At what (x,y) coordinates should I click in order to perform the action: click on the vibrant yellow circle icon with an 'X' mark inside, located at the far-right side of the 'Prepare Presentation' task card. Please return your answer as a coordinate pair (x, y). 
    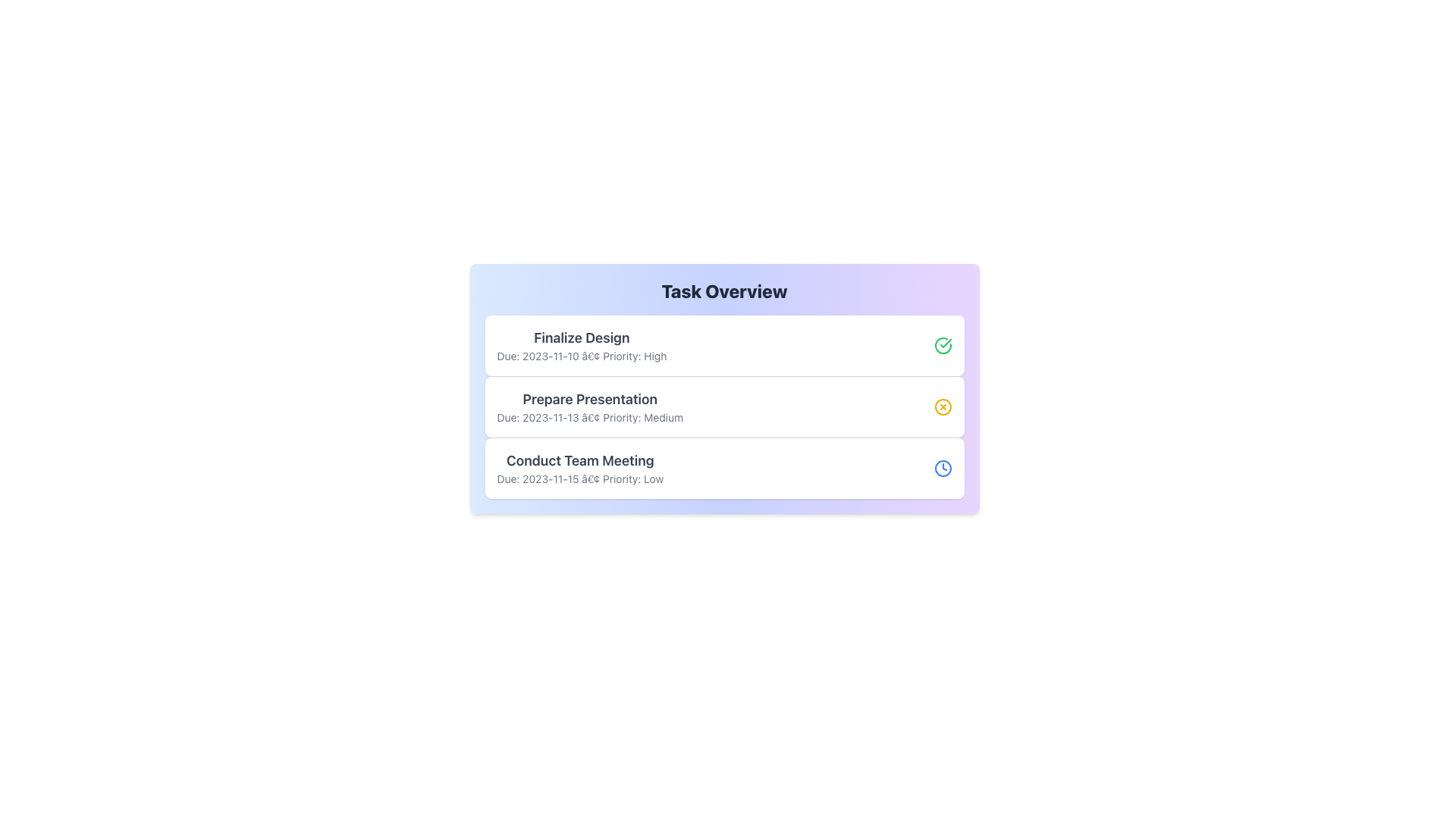
    Looking at the image, I should click on (942, 406).